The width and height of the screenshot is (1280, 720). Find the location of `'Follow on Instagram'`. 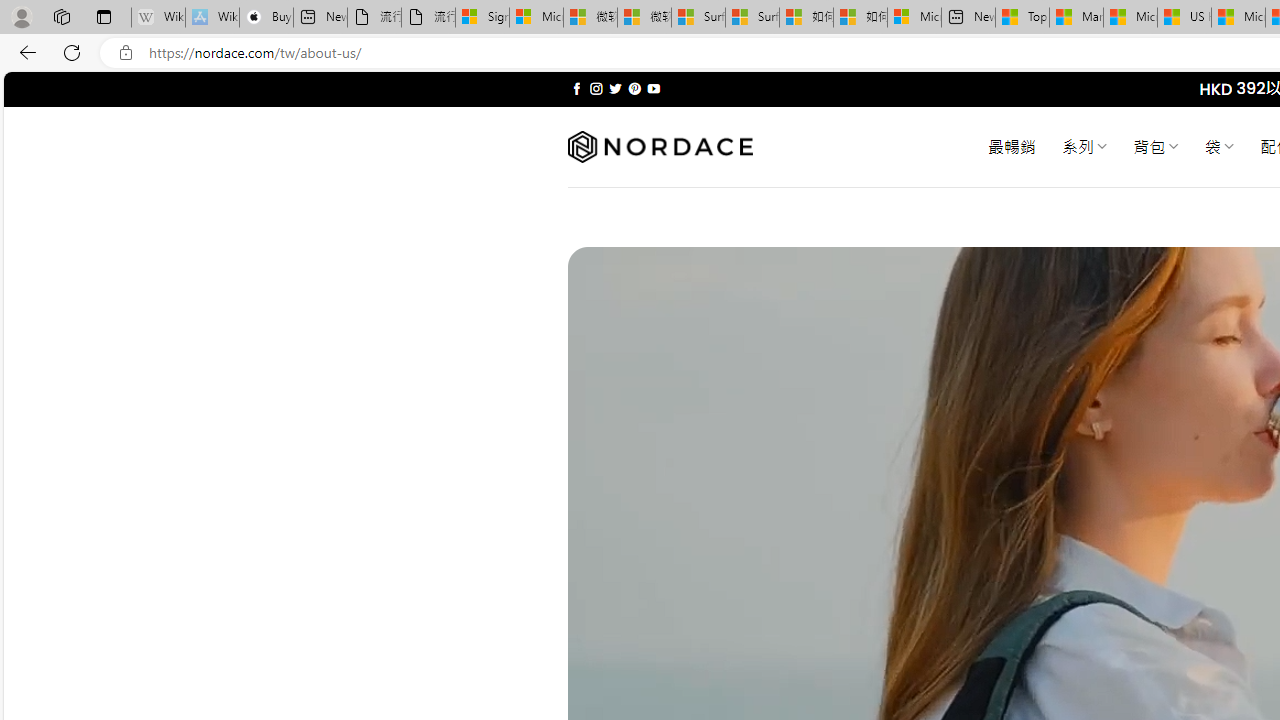

'Follow on Instagram' is located at coordinates (595, 88).